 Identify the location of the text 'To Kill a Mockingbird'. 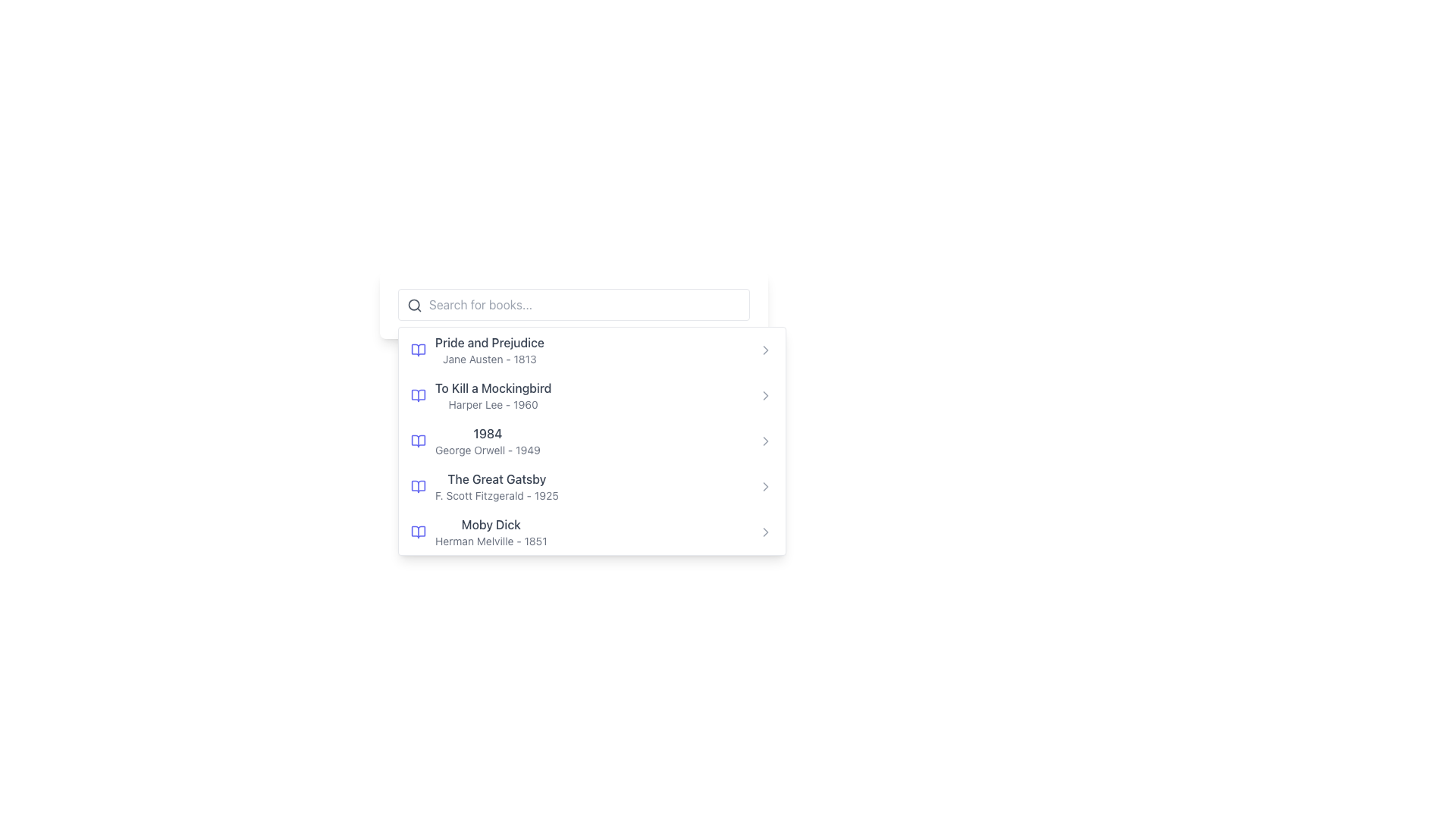
(493, 388).